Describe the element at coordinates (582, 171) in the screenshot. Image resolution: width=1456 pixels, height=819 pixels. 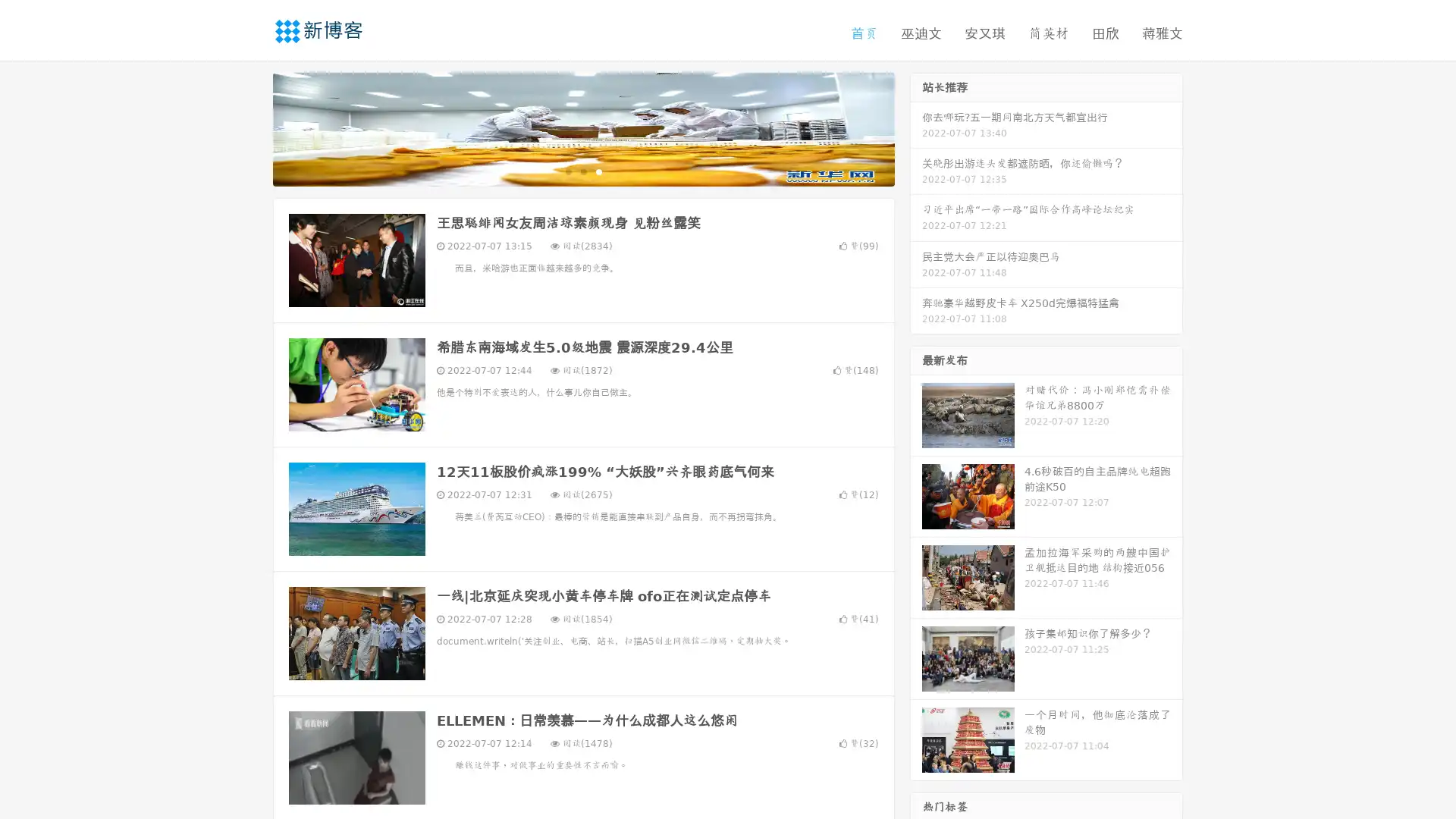
I see `Go to slide 2` at that location.